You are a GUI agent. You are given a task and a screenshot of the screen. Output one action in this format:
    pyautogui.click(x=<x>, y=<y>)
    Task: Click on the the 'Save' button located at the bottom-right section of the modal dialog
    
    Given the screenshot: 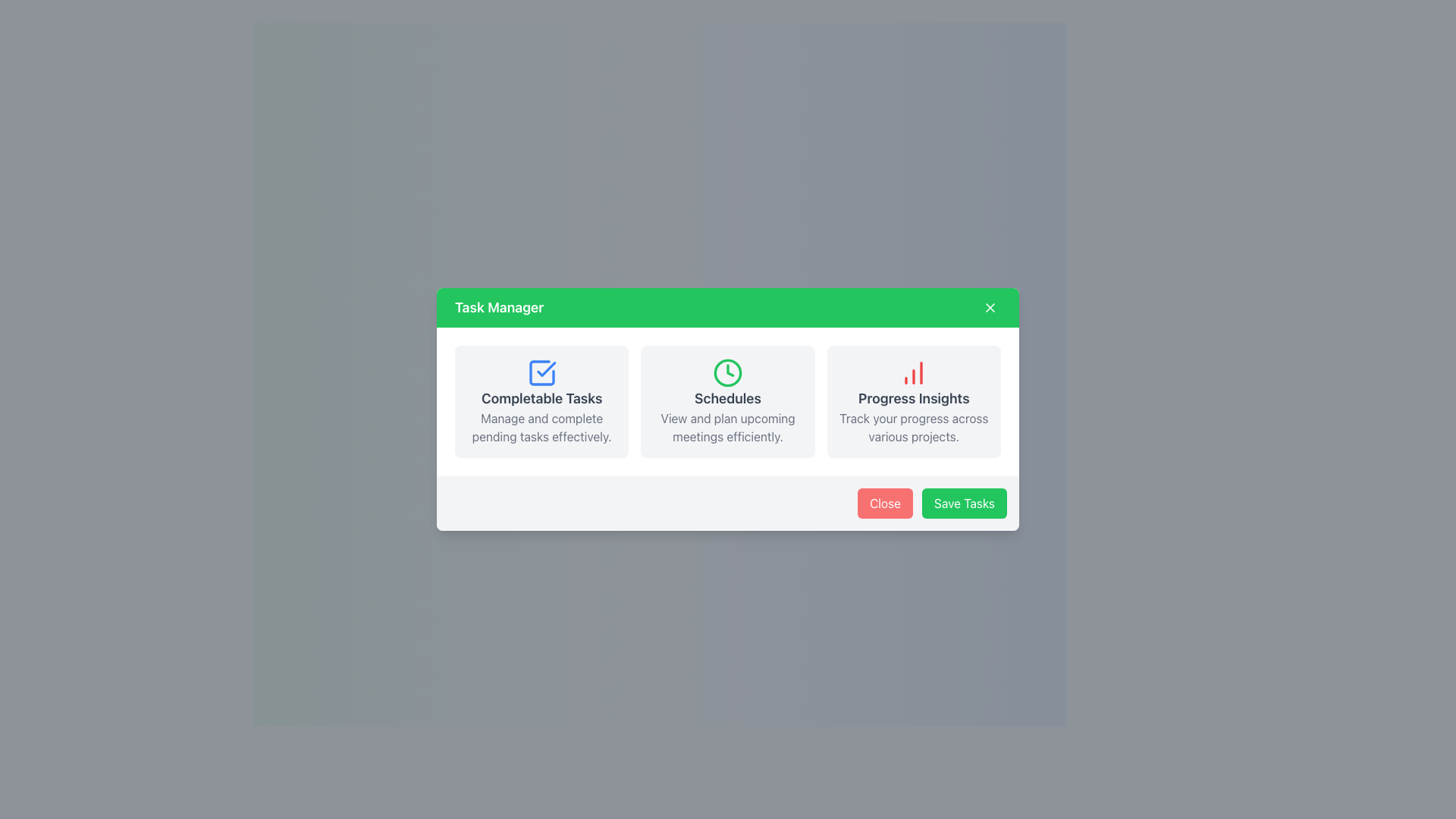 What is the action you would take?
    pyautogui.click(x=963, y=503)
    